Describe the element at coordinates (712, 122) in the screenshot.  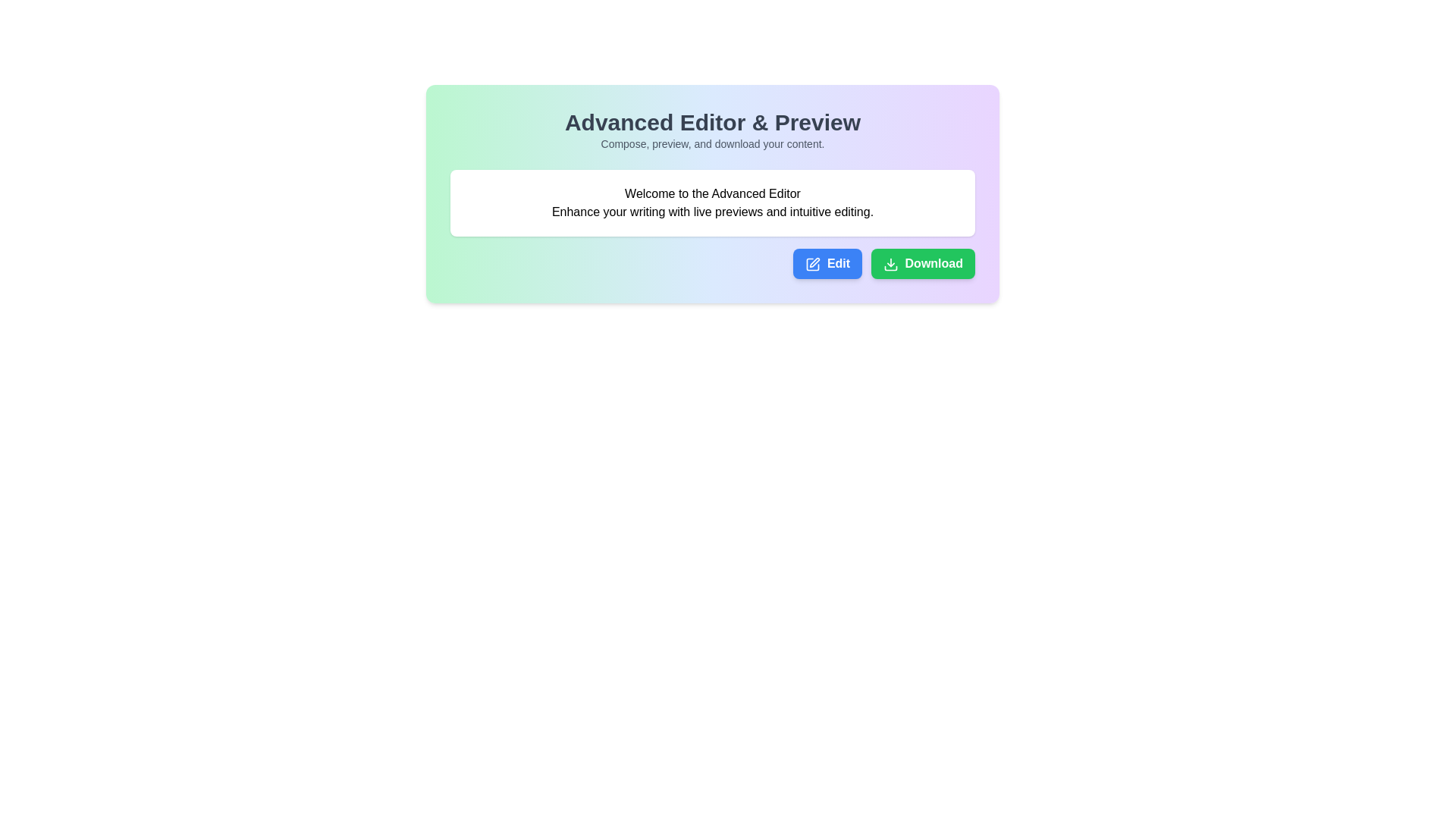
I see `the Heading text which serves as the title for the advanced editing and previewing tool, located above the subheading 'Compose, preview, and download your content.'` at that location.